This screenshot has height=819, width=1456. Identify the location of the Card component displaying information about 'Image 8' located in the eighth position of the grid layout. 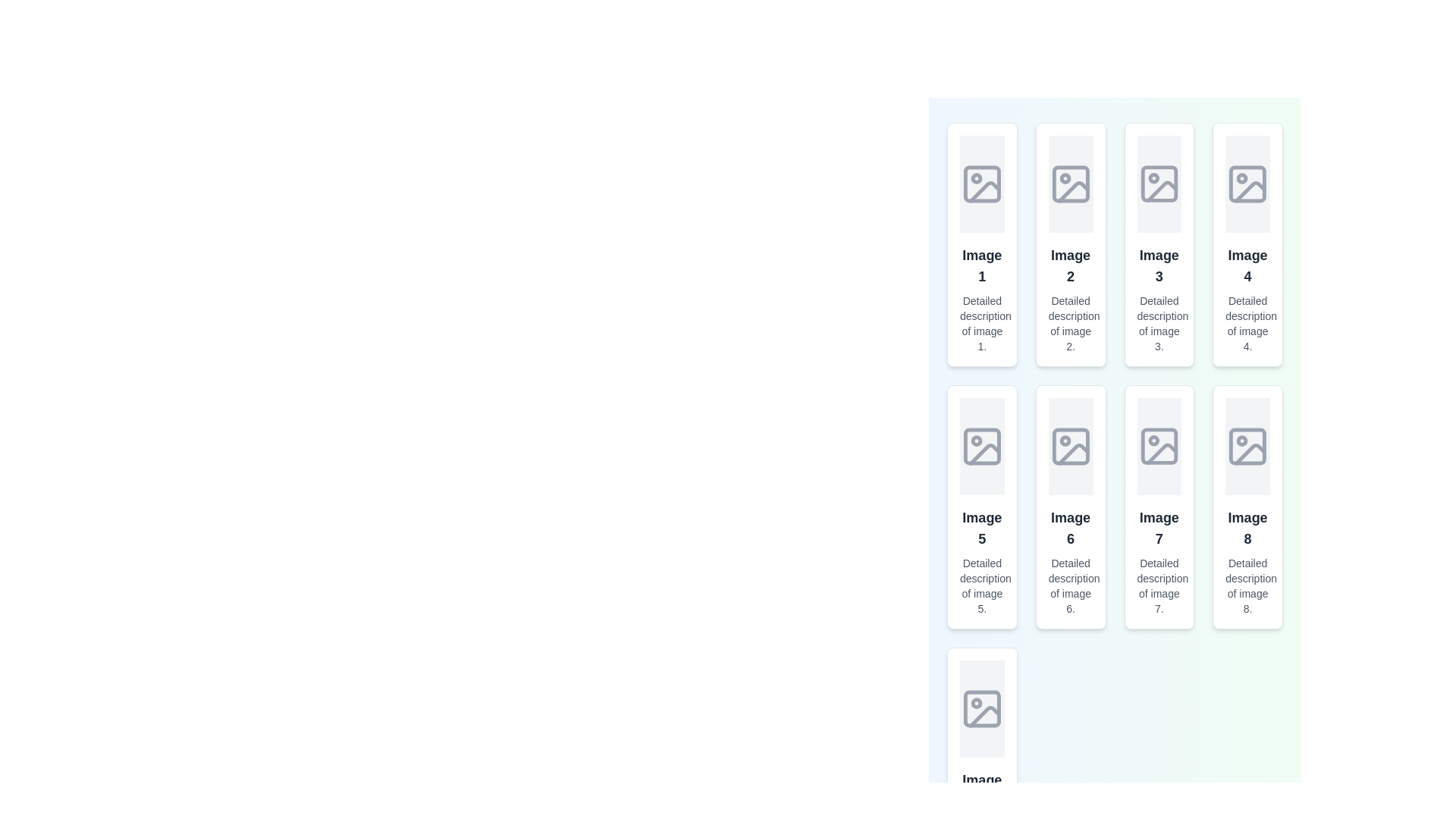
(1247, 507).